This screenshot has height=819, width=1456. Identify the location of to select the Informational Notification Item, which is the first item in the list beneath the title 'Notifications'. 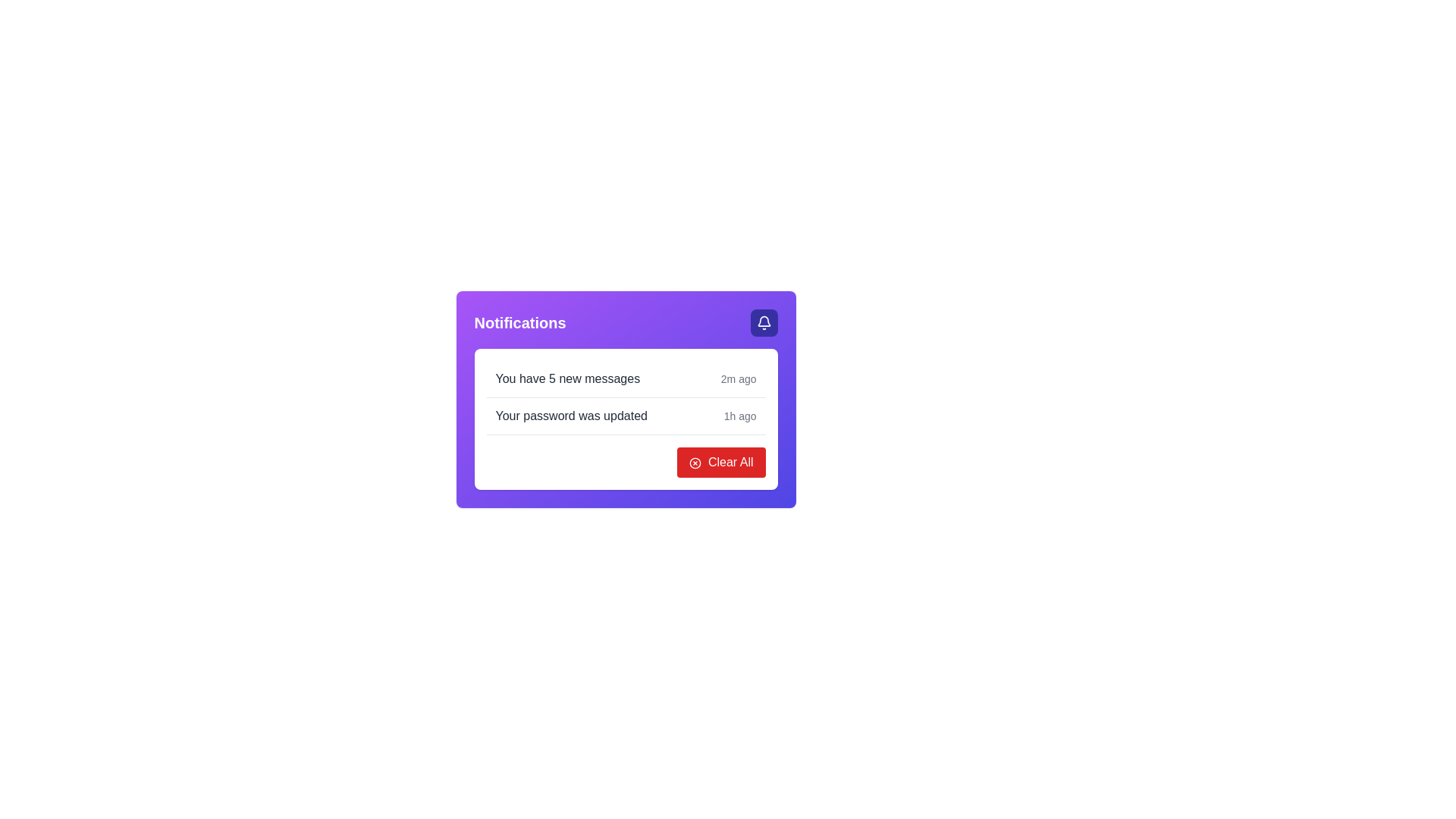
(626, 378).